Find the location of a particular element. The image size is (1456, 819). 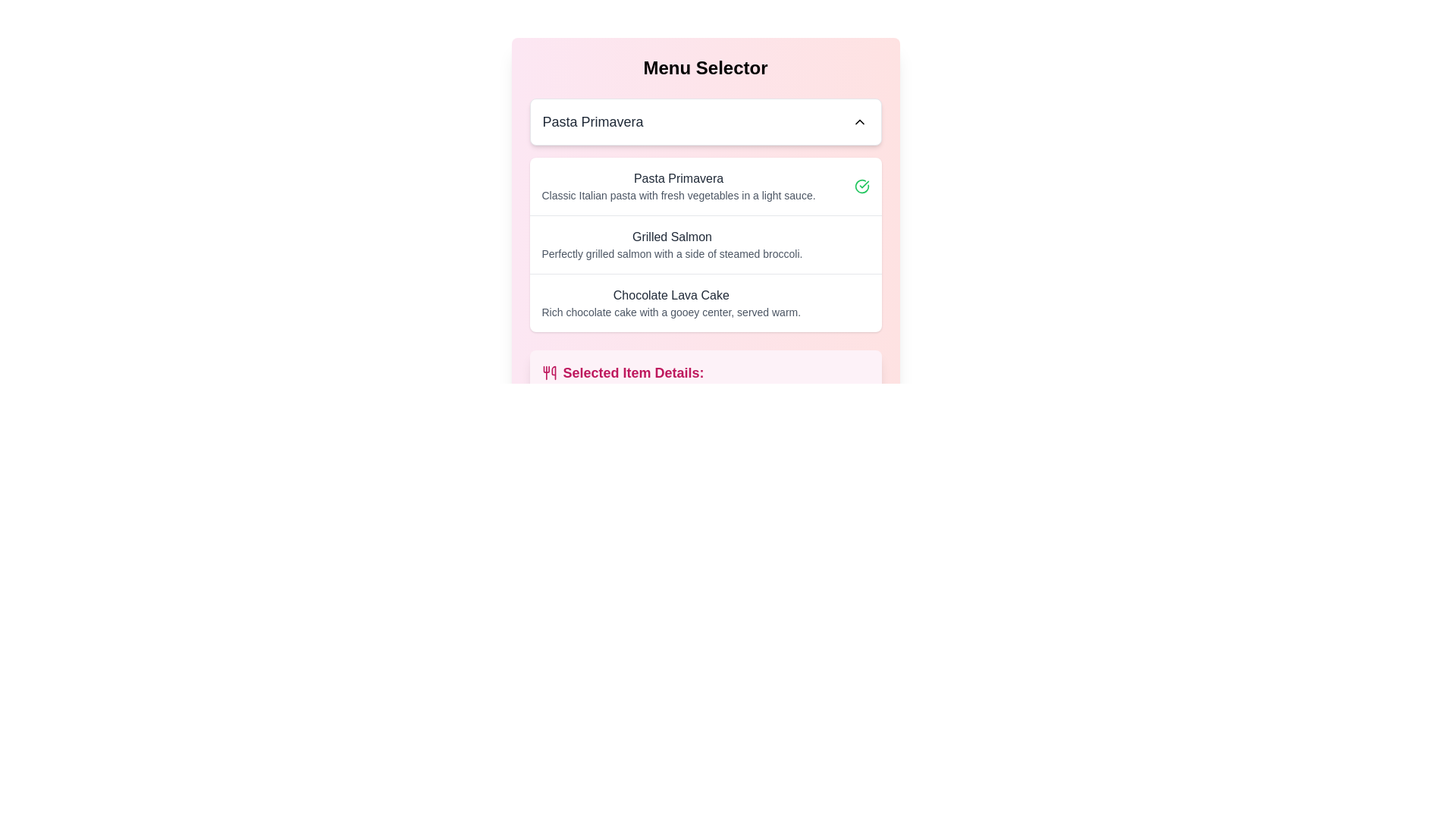

the text element that describes 'Classic Italian pasta with fresh vegetables in a light sauce,' located below the 'Pasta Primavera' heading is located at coordinates (678, 195).